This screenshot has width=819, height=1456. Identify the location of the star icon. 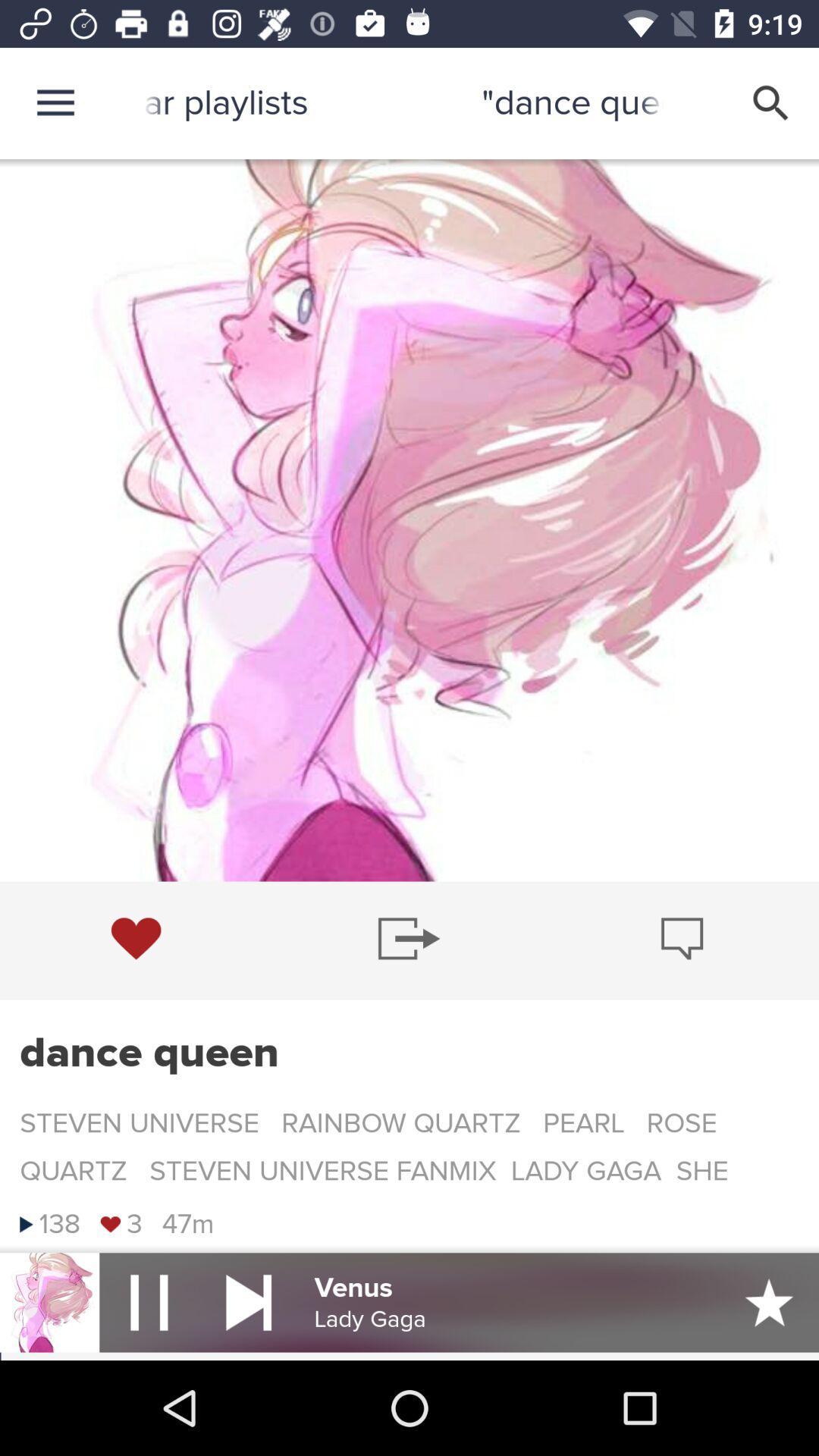
(769, 1301).